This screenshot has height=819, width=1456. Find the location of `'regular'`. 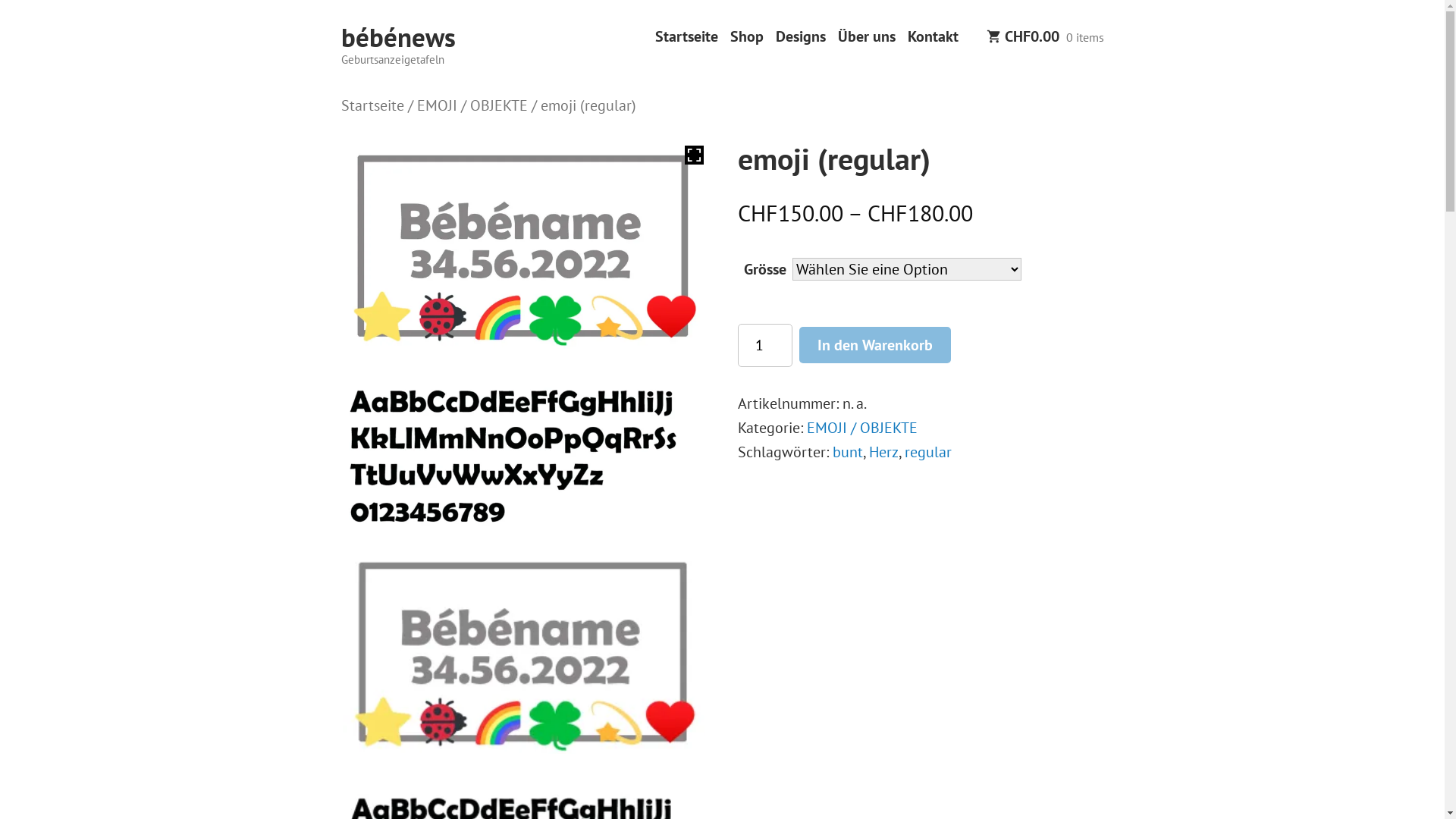

'regular' is located at coordinates (927, 451).